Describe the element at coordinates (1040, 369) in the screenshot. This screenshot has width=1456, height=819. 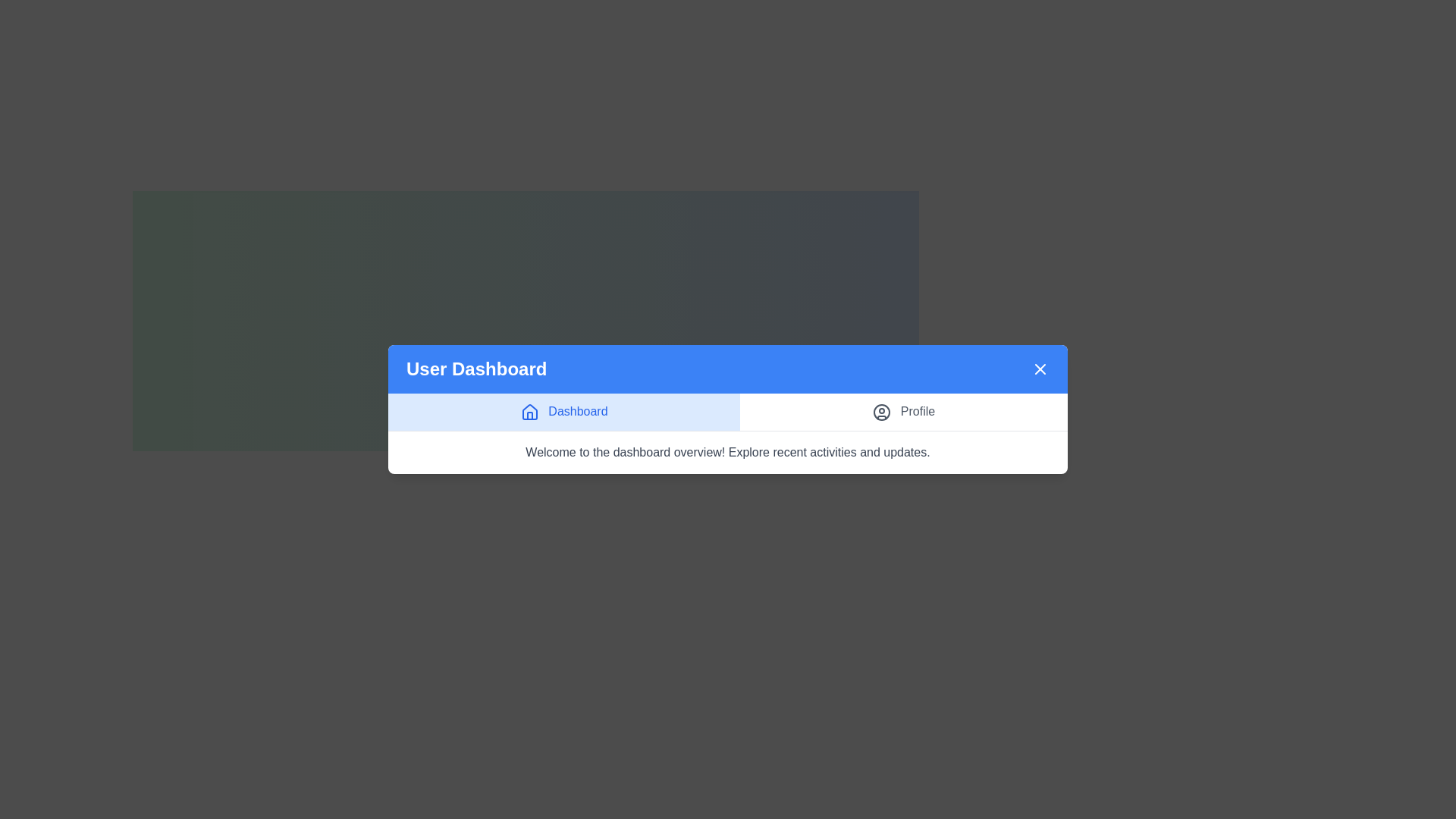
I see `the 'X' icon located in the top-right corner of the blue navigation bar` at that location.